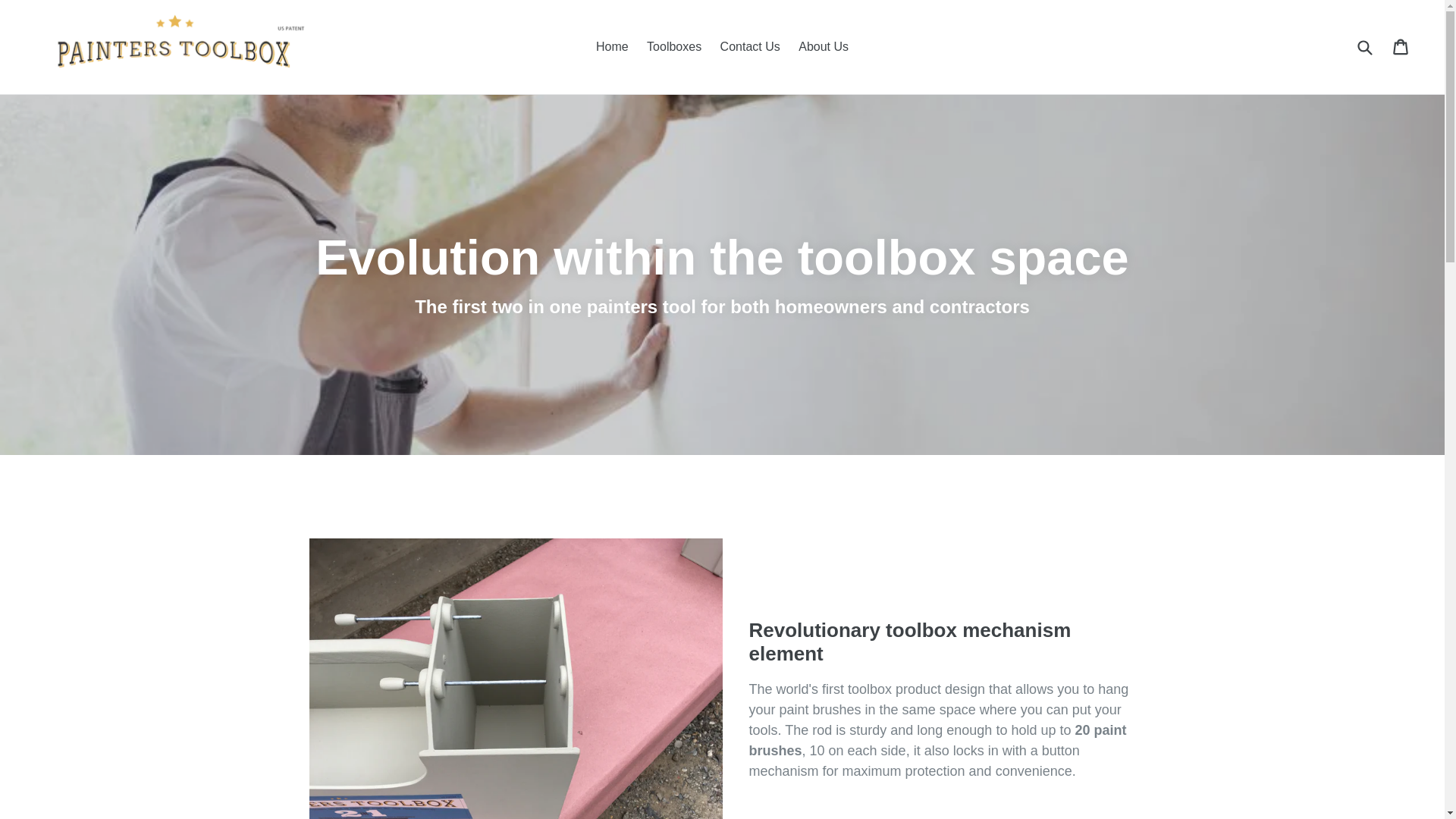 The width and height of the screenshot is (1456, 819). I want to click on 'Home', so click(612, 45).